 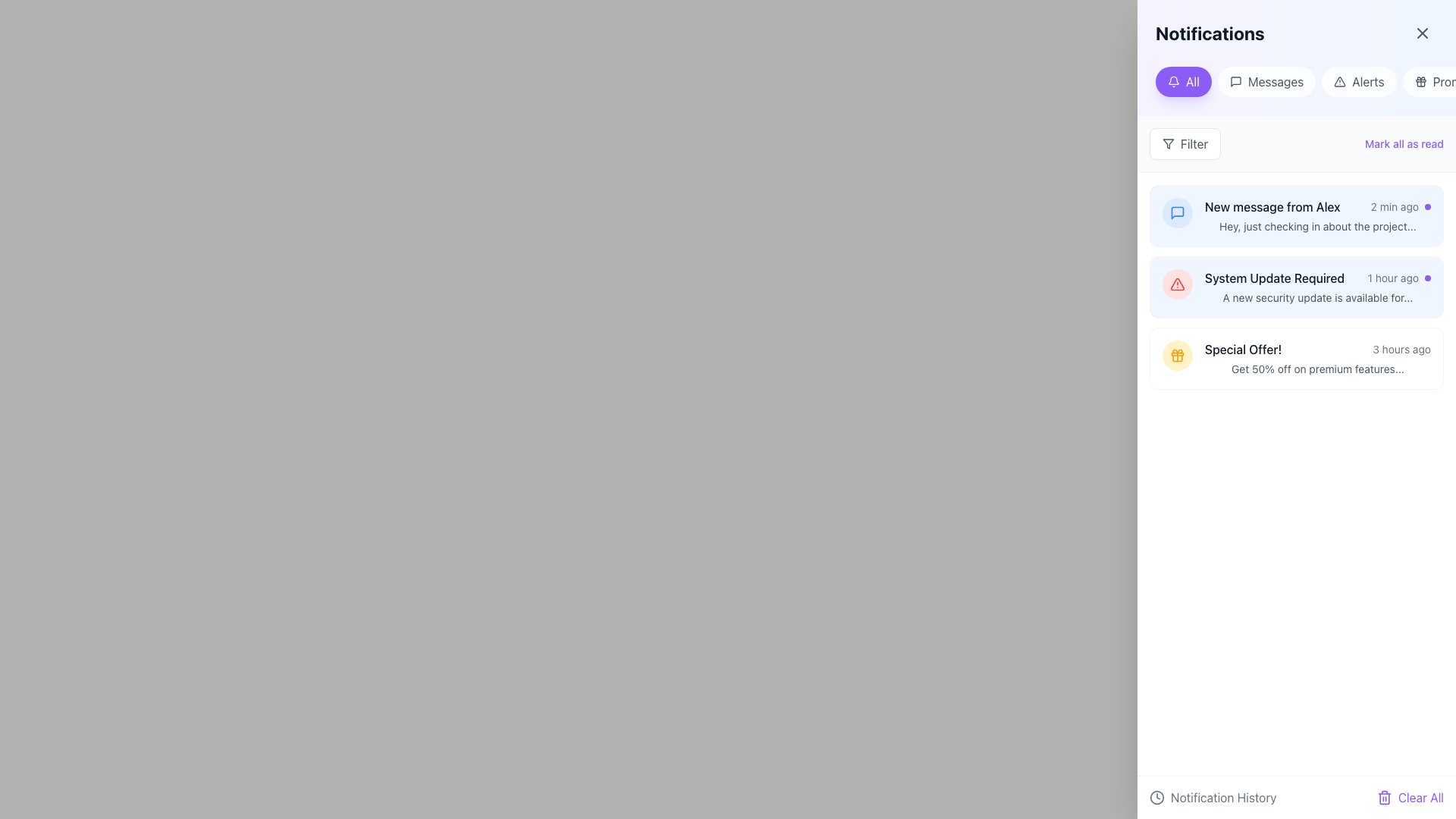 What do you see at coordinates (1173, 82) in the screenshot?
I see `the bell icon located within the 'All' button in the top-left region of the interface, which symbolizes notifications and alerts` at bounding box center [1173, 82].